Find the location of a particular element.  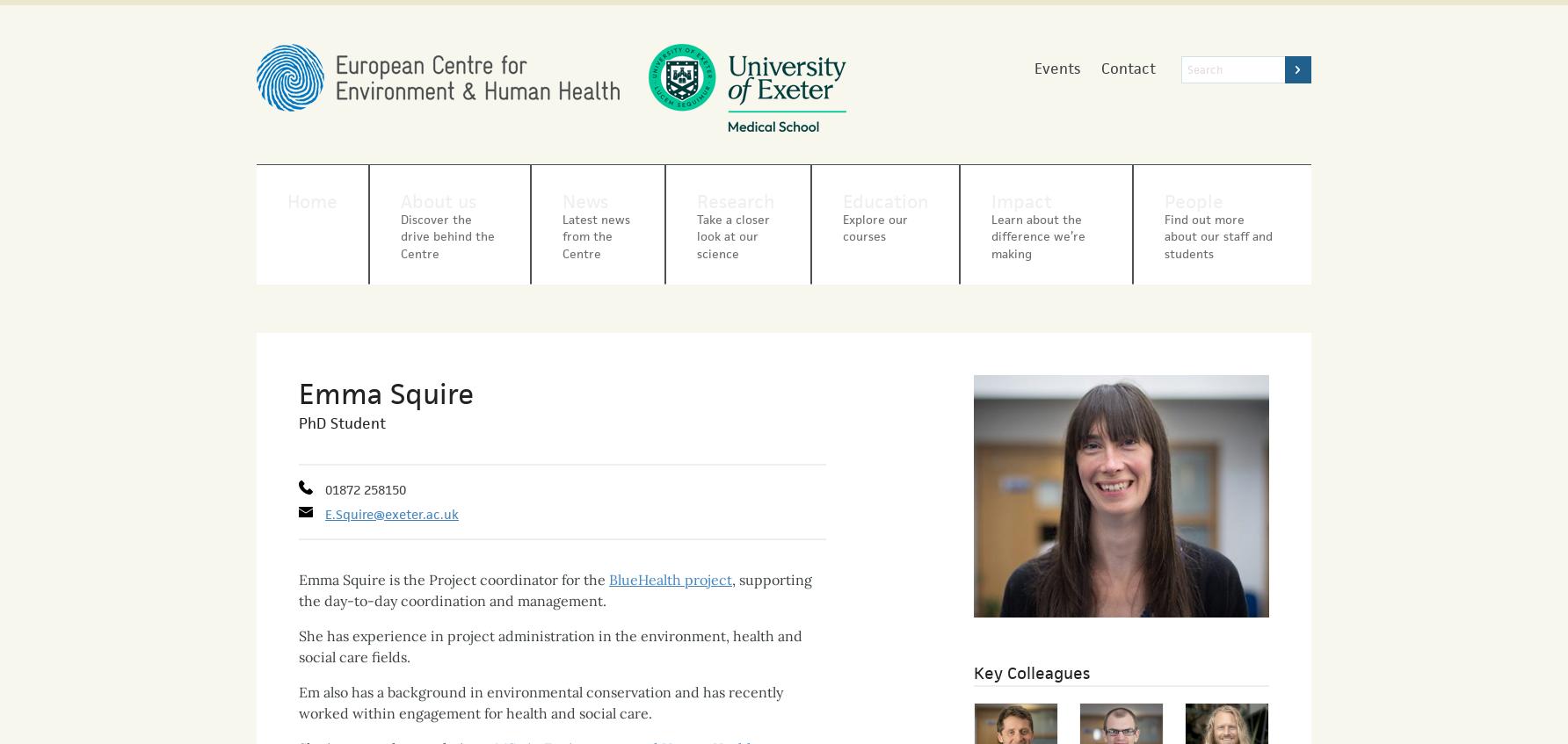

'Emma Squire' is located at coordinates (385, 378).